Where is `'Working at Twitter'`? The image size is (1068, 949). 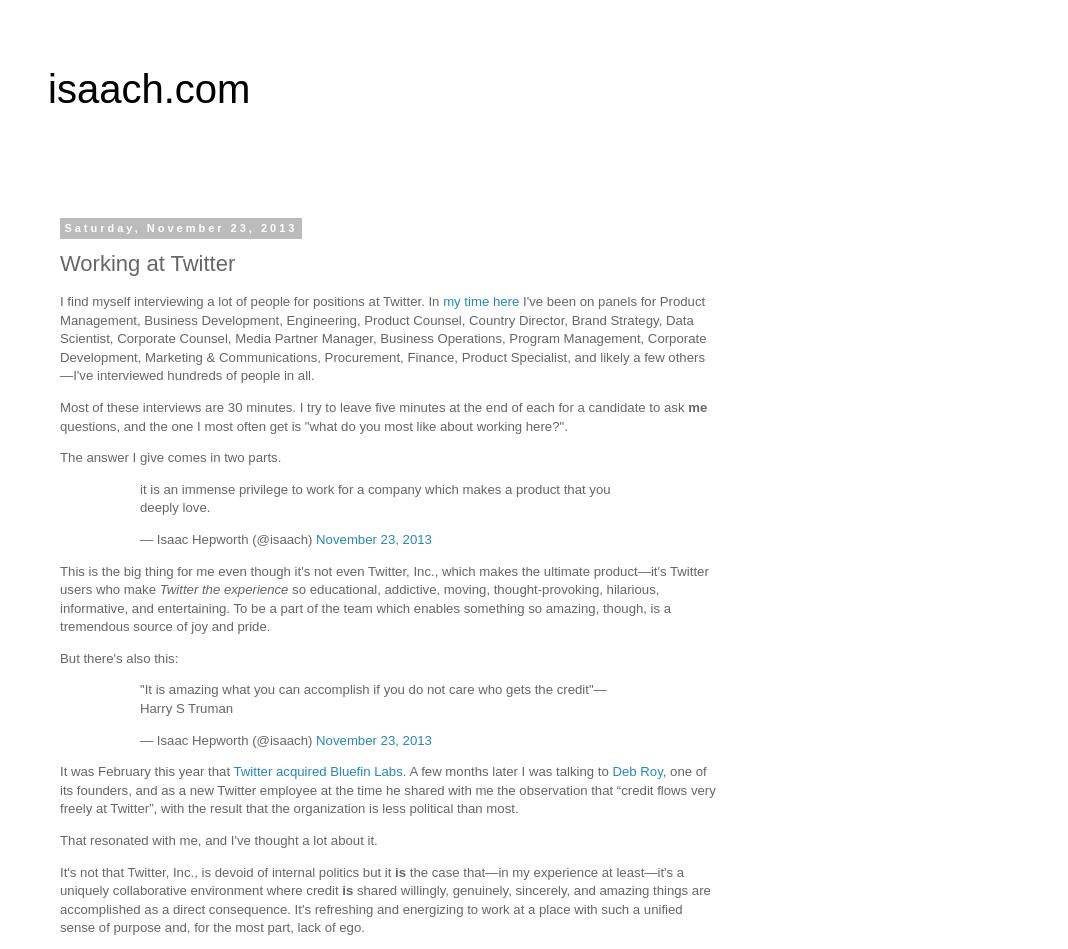 'Working at Twitter' is located at coordinates (59, 262).